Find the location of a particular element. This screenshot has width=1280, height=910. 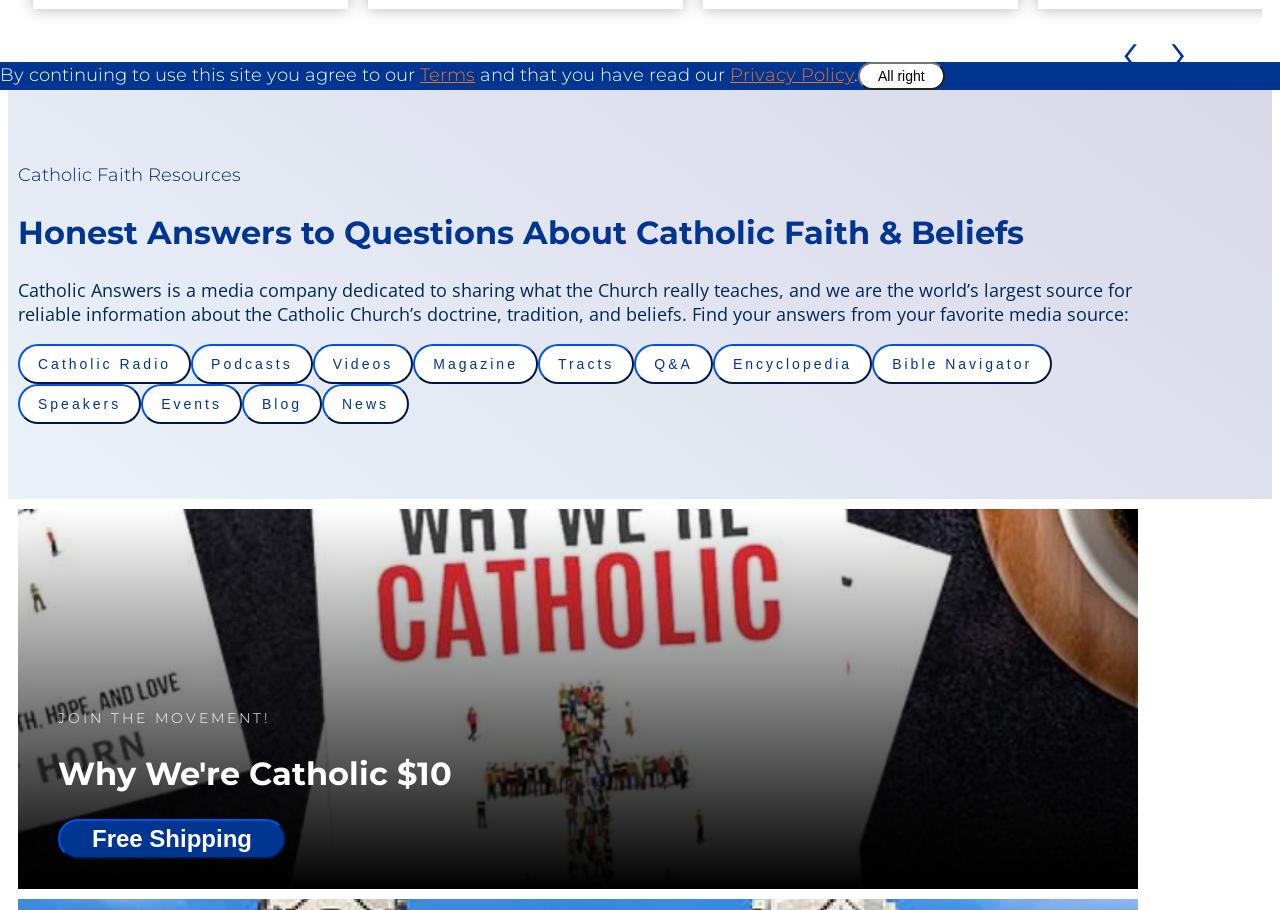

'Why We're Catholic $10' is located at coordinates (253, 772).